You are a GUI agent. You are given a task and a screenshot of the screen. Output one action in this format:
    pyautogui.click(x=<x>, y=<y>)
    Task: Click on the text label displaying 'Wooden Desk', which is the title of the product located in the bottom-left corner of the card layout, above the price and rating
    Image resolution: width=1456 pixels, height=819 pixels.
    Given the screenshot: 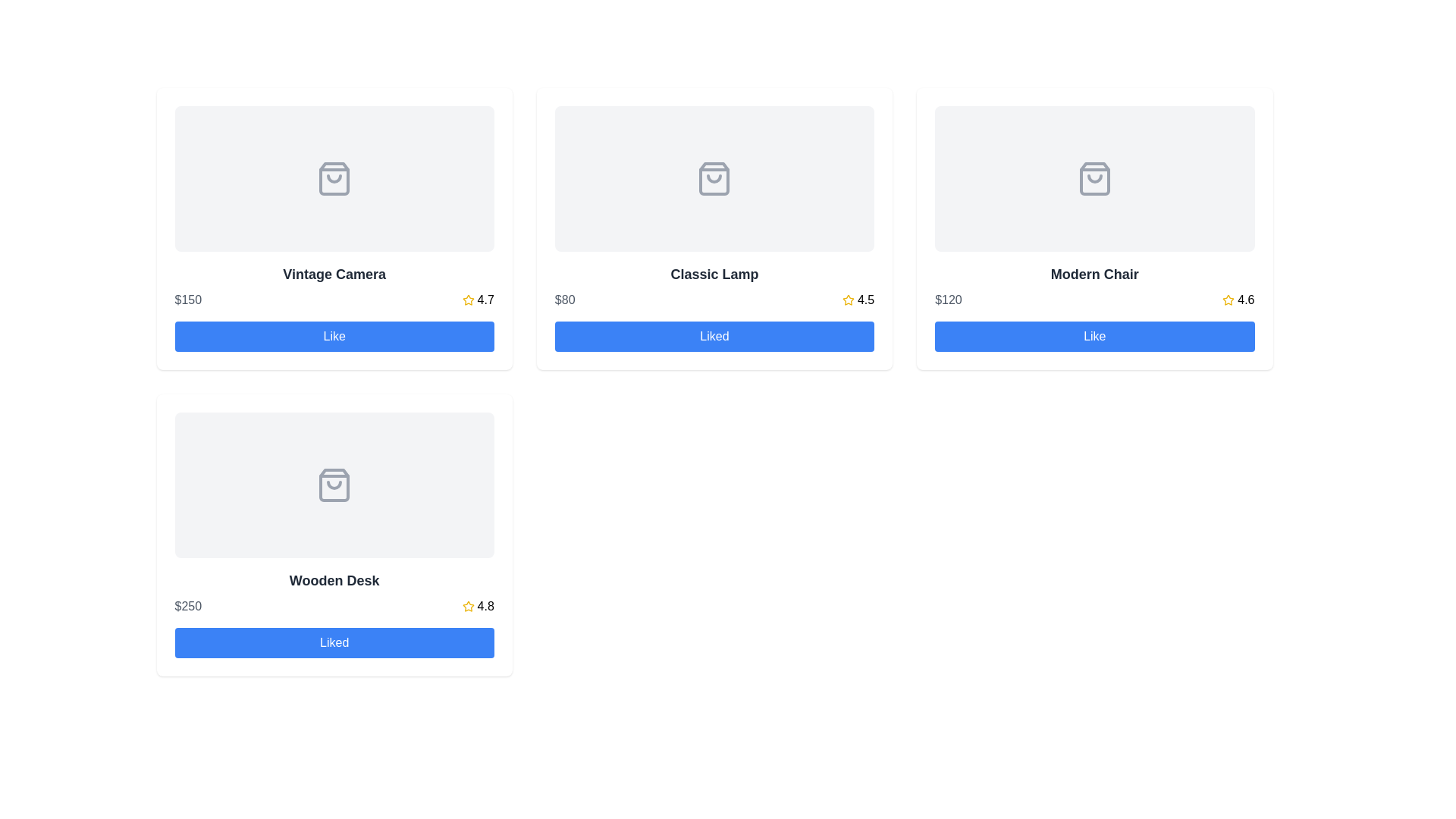 What is the action you would take?
    pyautogui.click(x=334, y=580)
    